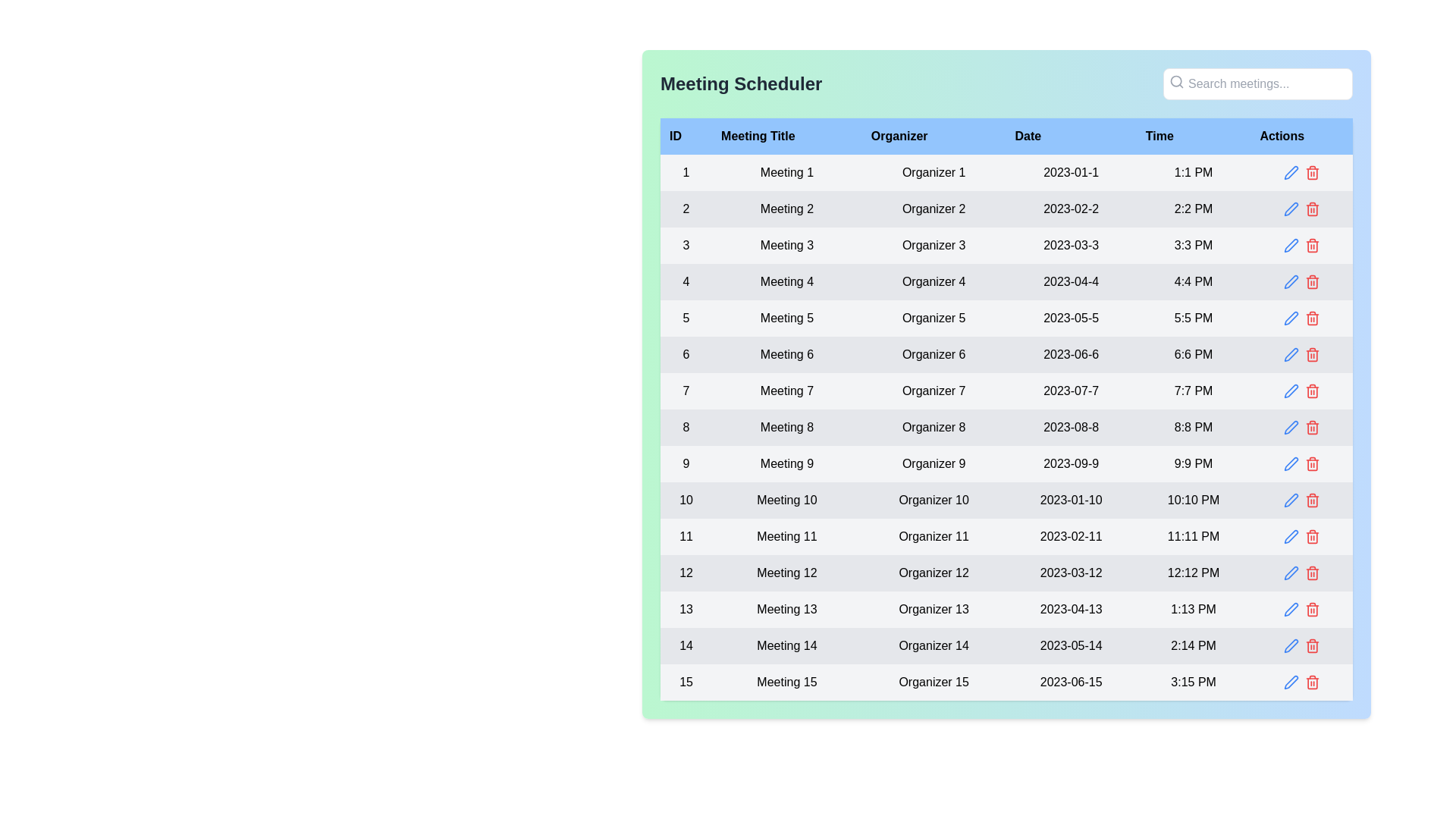 The height and width of the screenshot is (819, 1456). What do you see at coordinates (1311, 536) in the screenshot?
I see `the delete icon button in the Actions column of the table for 'Meeting 11' to initiate the deletion process` at bounding box center [1311, 536].